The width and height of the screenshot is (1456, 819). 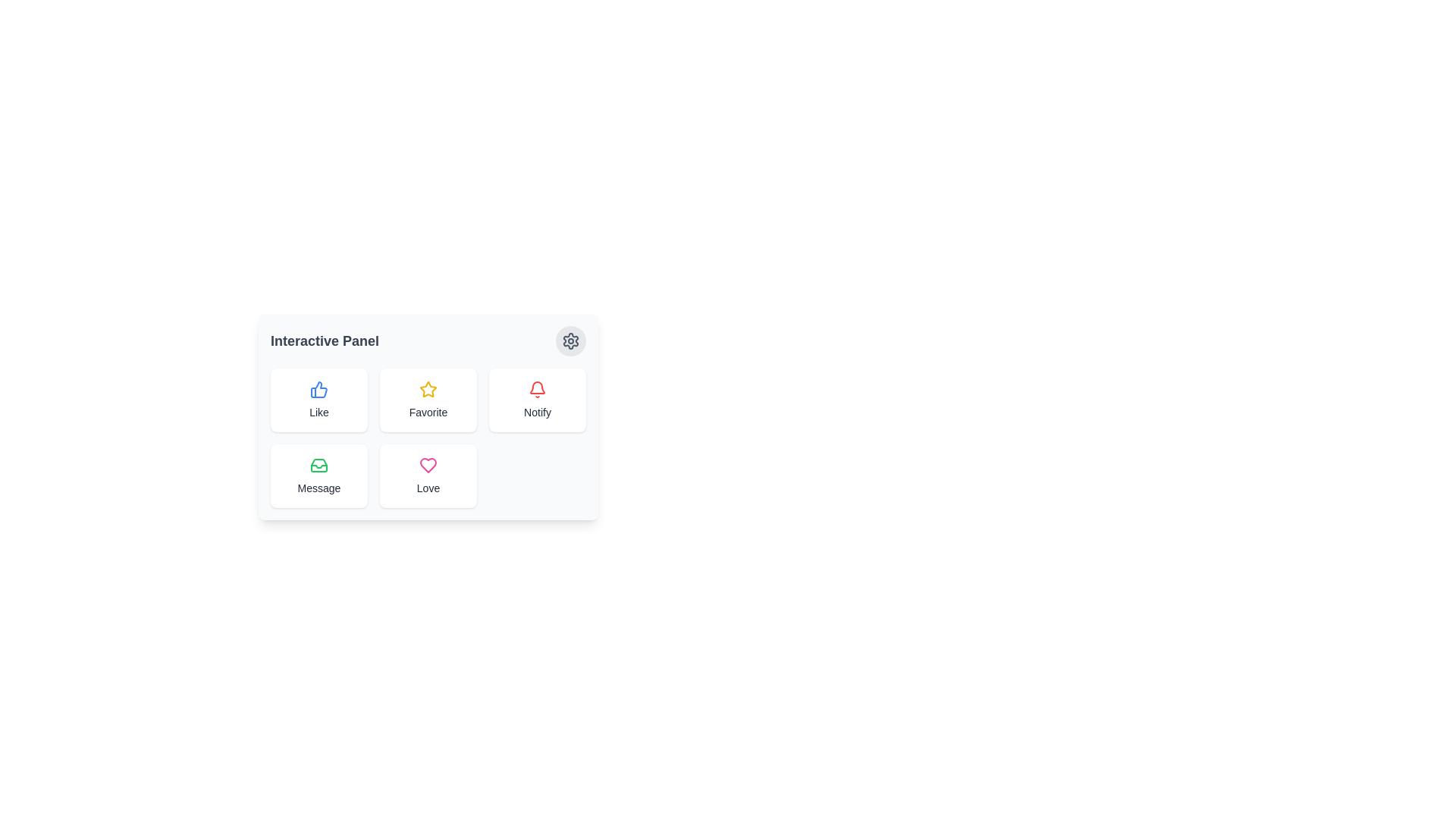 What do you see at coordinates (570, 341) in the screenshot?
I see `the settings icon, represented by a gray cogwheel shape, located in the top-right corner of the interactive panel` at bounding box center [570, 341].